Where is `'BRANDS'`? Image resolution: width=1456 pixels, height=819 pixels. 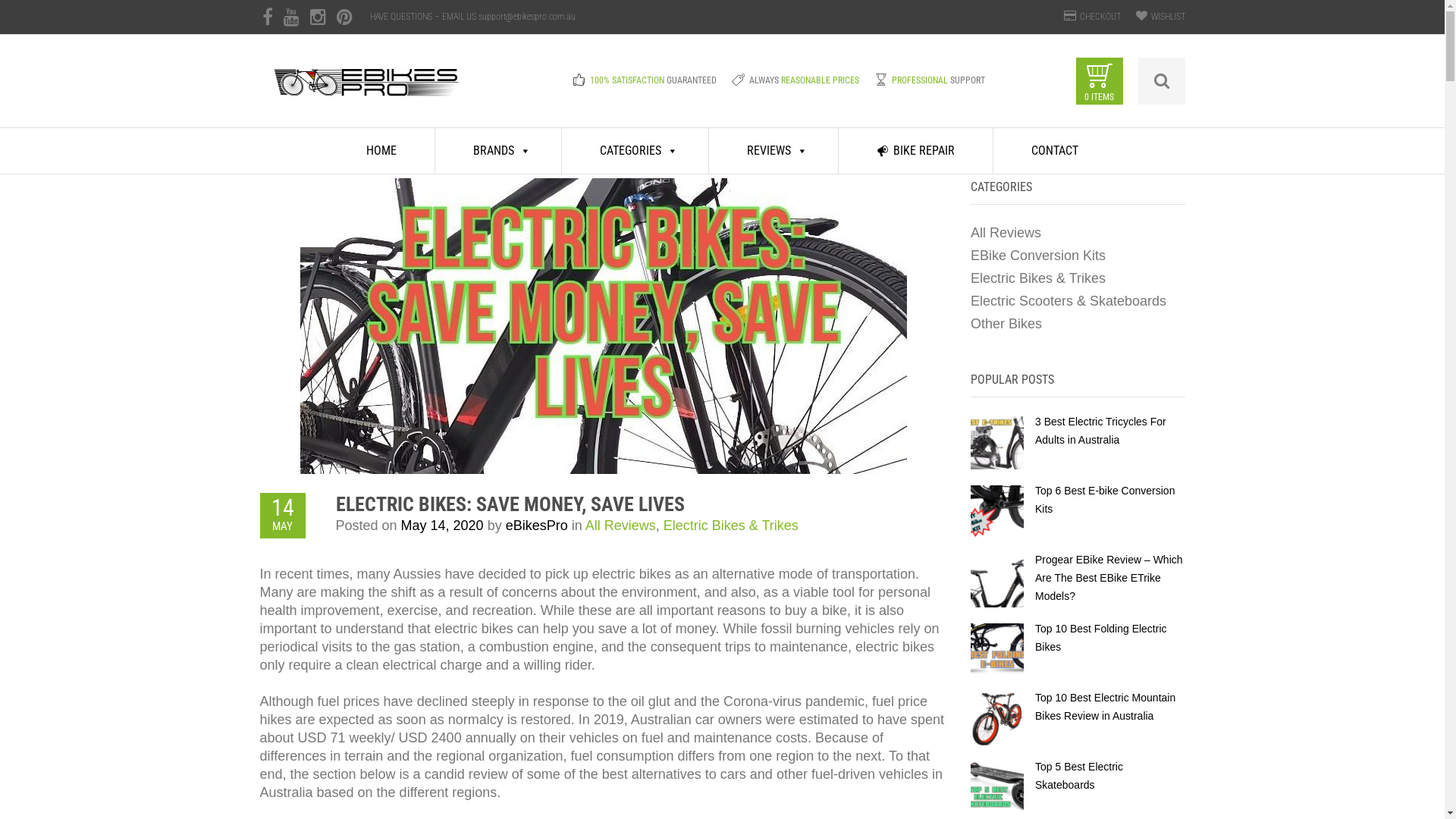
'BRANDS' is located at coordinates (498, 151).